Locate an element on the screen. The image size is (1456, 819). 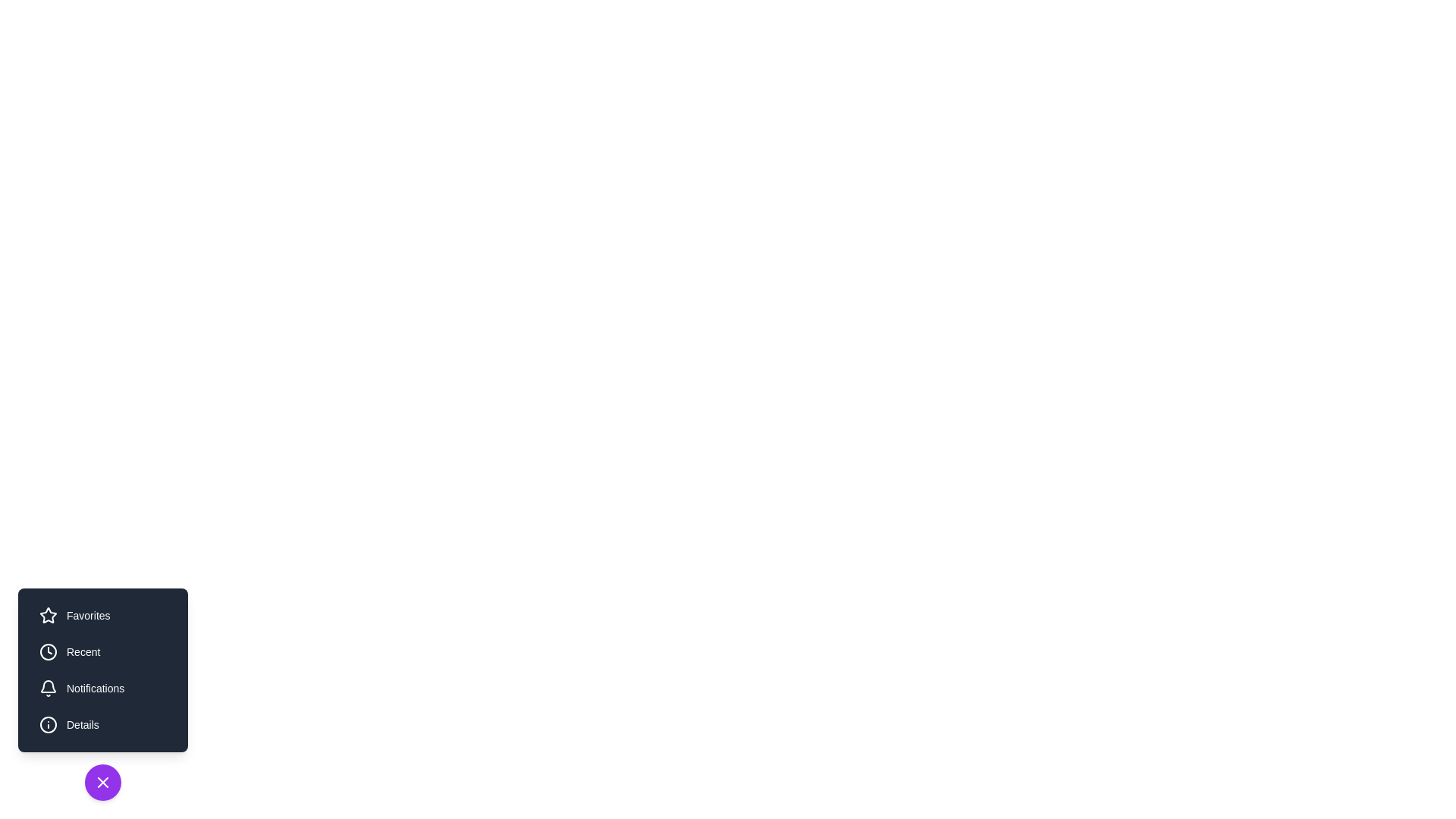
the utility button labeled Recent to observe its hover effect is located at coordinates (102, 651).